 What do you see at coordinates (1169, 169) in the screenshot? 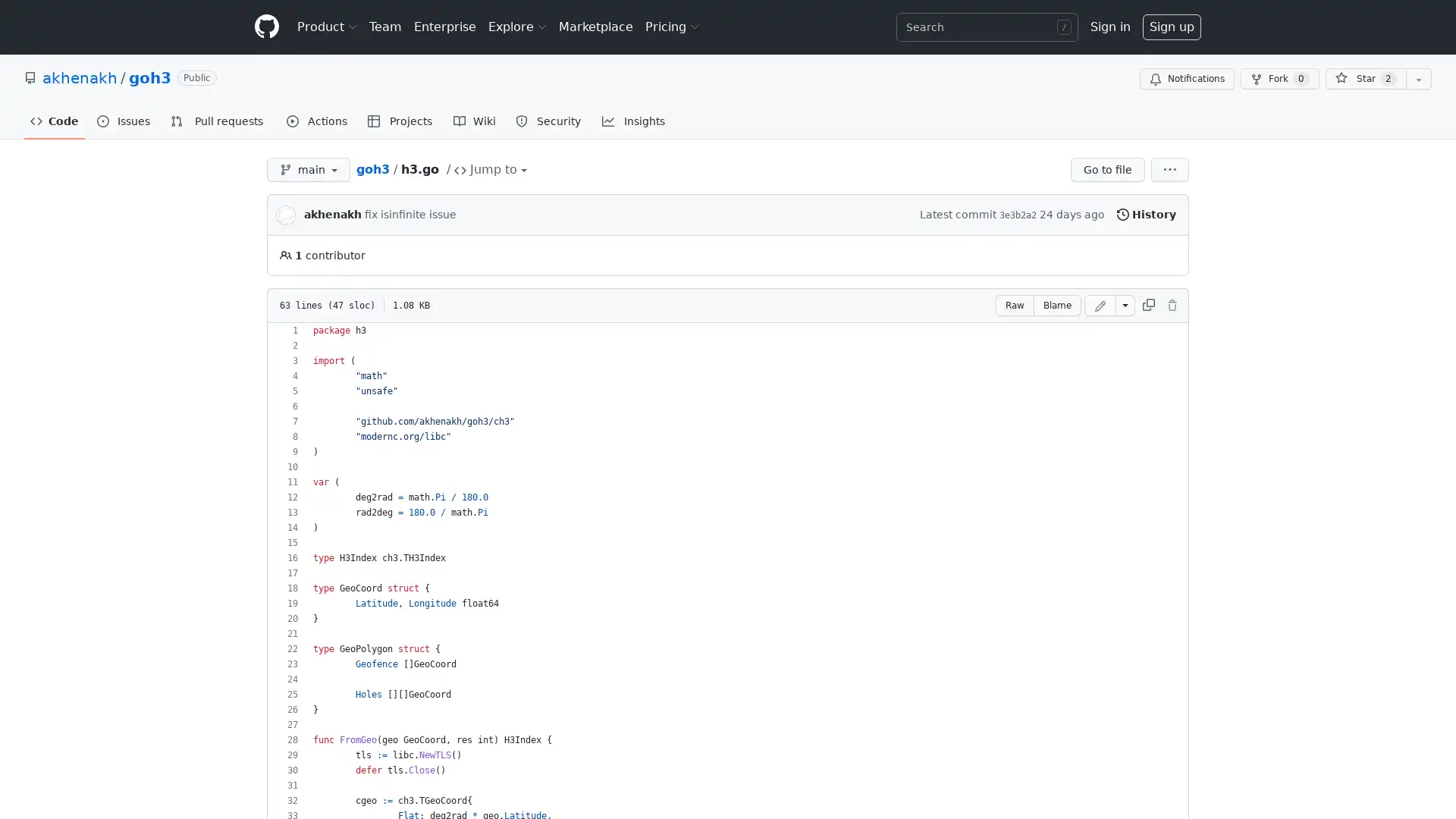
I see `More options` at bounding box center [1169, 169].